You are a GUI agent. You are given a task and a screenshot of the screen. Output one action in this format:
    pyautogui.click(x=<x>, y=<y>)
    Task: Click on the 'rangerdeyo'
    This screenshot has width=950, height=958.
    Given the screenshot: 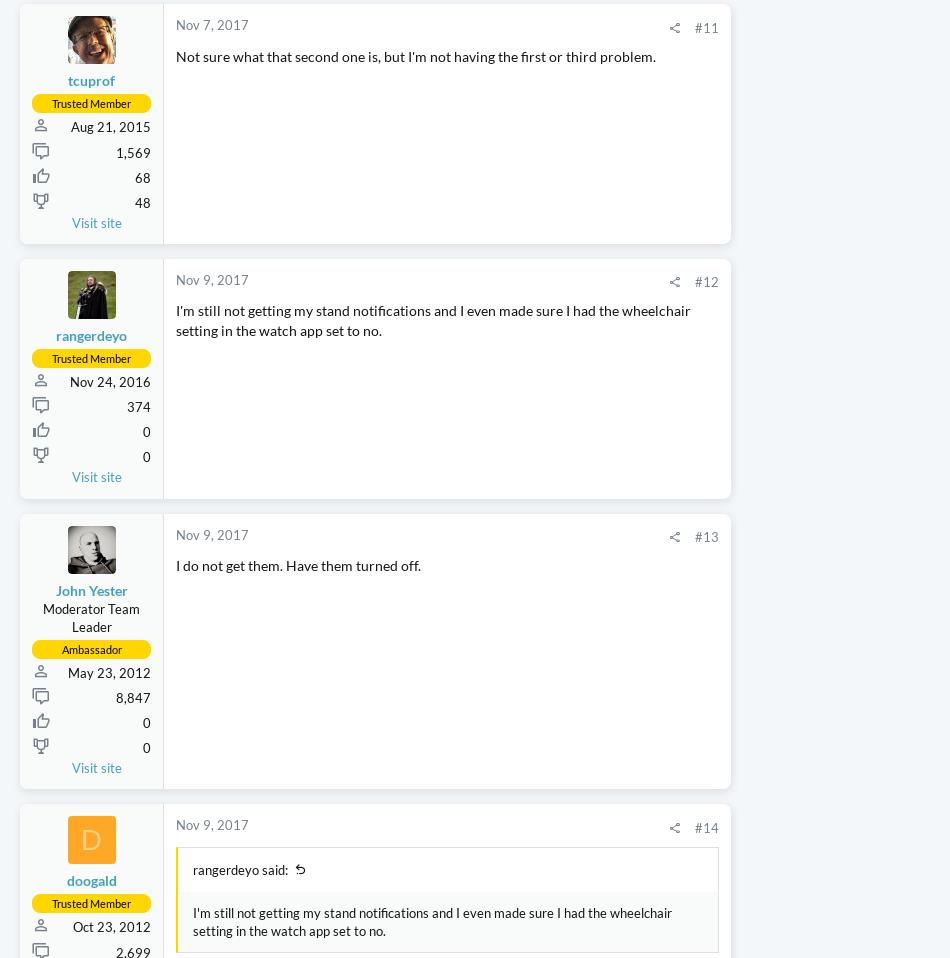 What is the action you would take?
    pyautogui.click(x=55, y=451)
    